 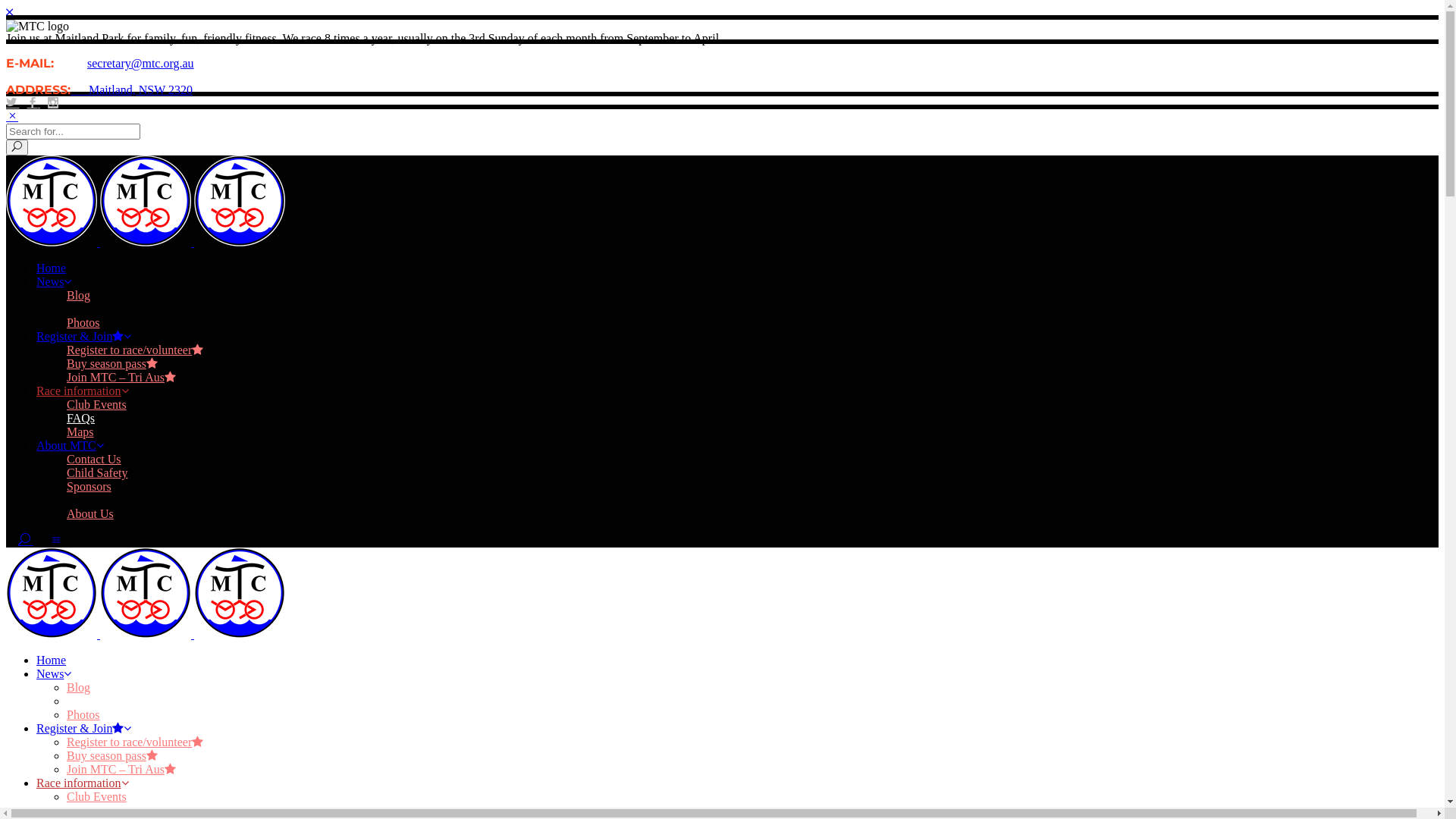 What do you see at coordinates (80, 418) in the screenshot?
I see `'FAQs'` at bounding box center [80, 418].